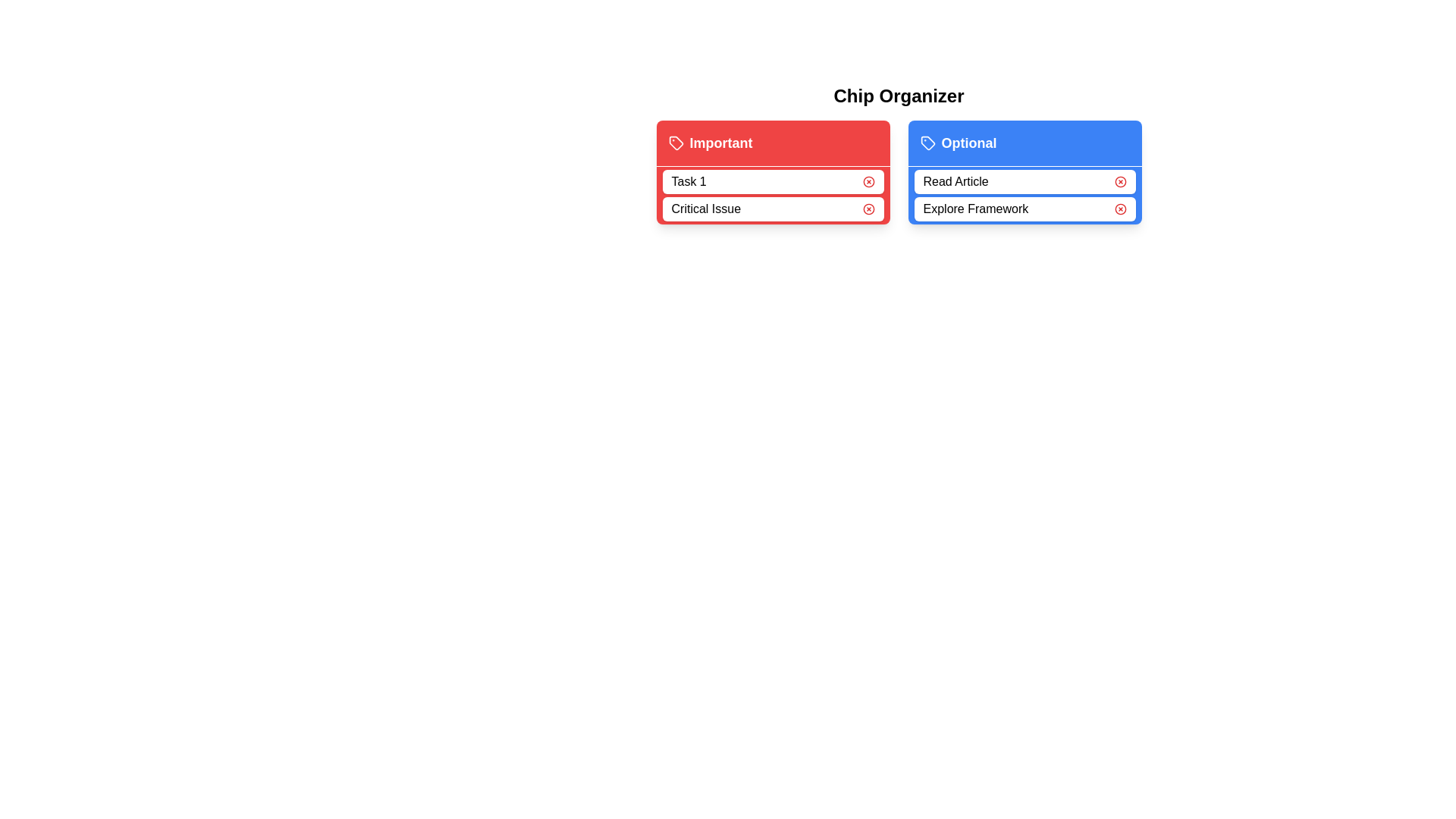  What do you see at coordinates (868, 209) in the screenshot?
I see `remove button for the chip labeled Critical Issue` at bounding box center [868, 209].